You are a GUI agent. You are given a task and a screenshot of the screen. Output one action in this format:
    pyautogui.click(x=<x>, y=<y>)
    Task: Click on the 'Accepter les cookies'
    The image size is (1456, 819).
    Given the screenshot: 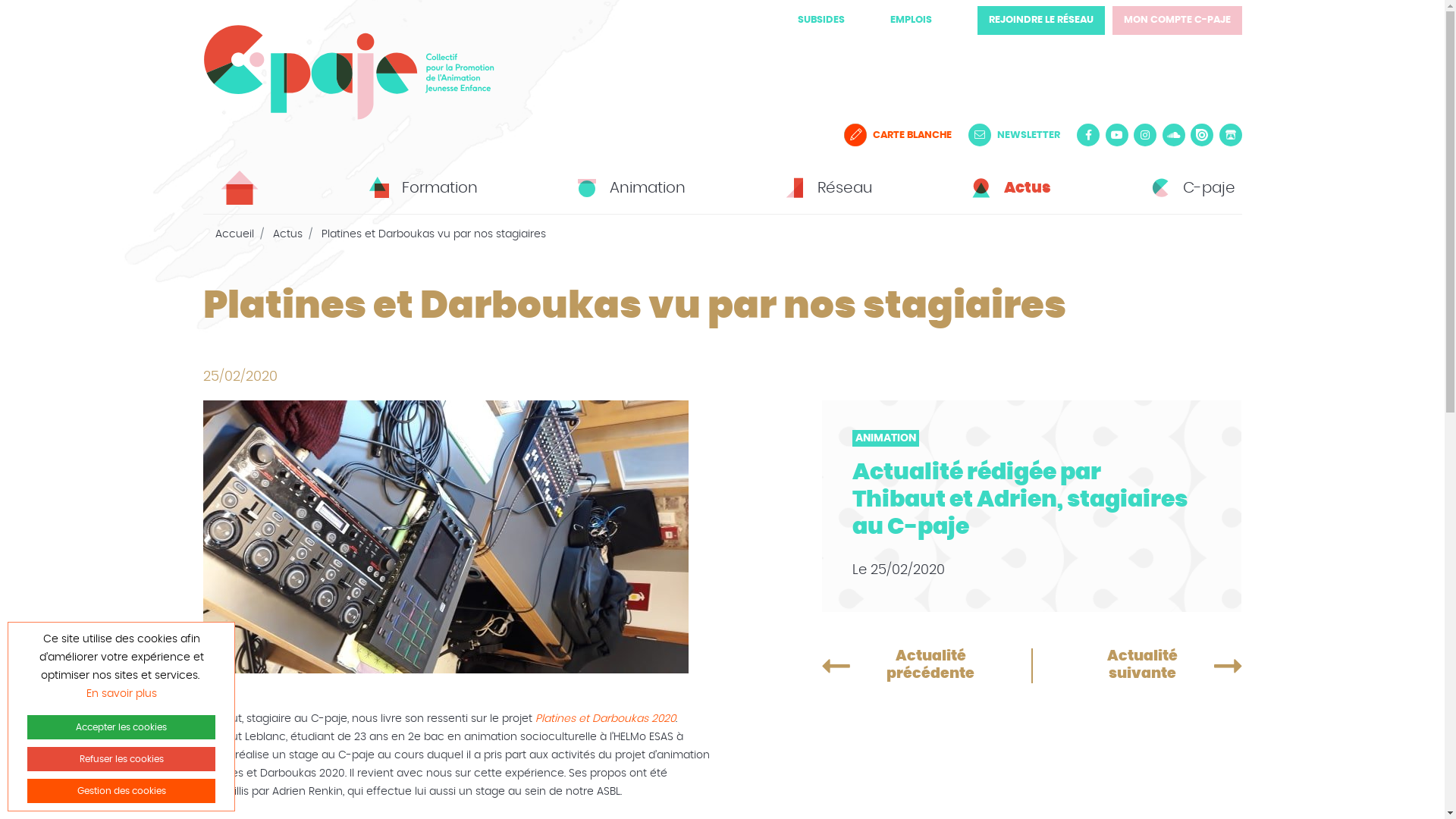 What is the action you would take?
    pyautogui.click(x=120, y=726)
    